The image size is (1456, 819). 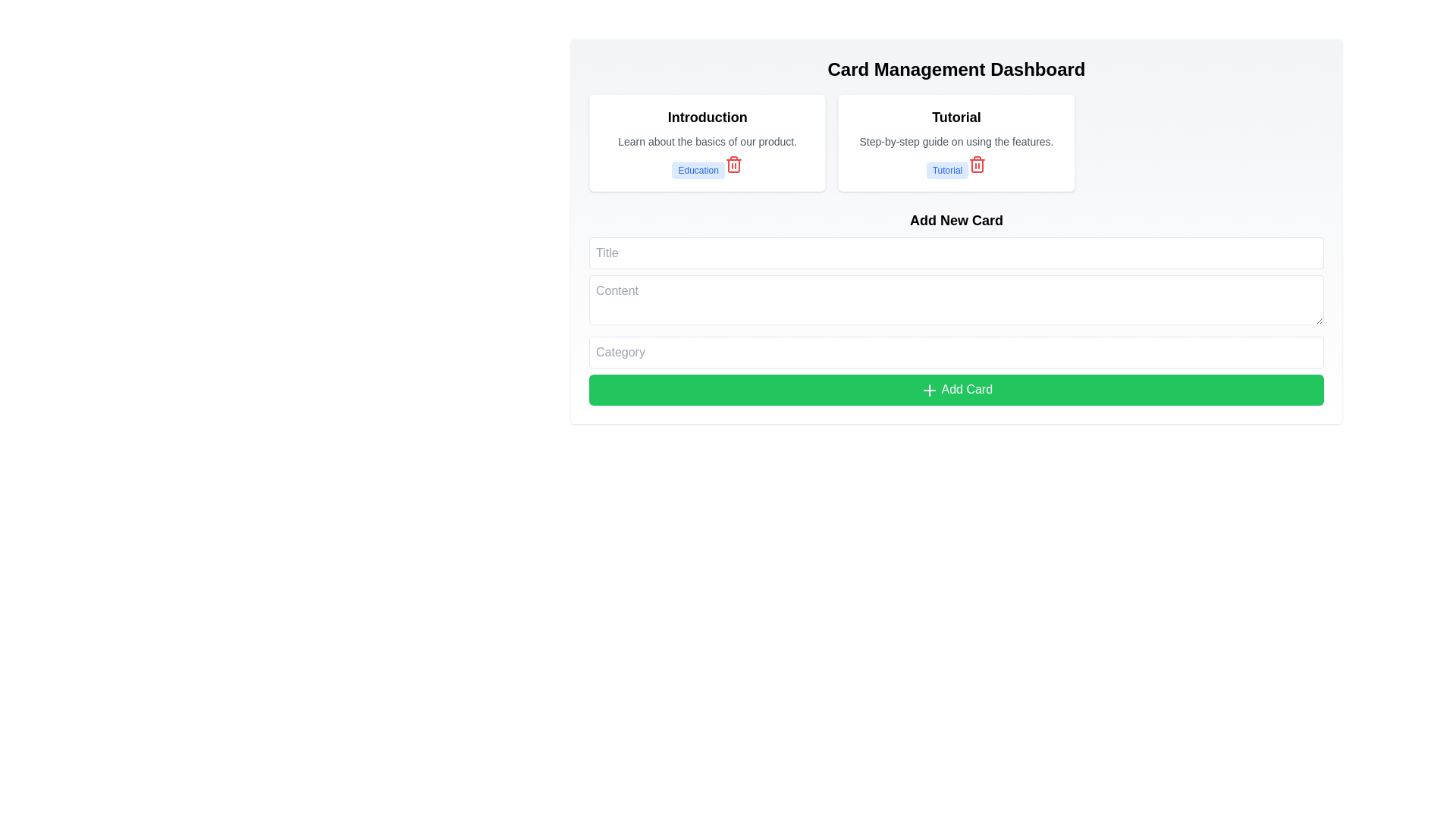 I want to click on description of the Content Card located in the first column of the grid, to the left of the 'Tutorial' card, so click(x=707, y=143).